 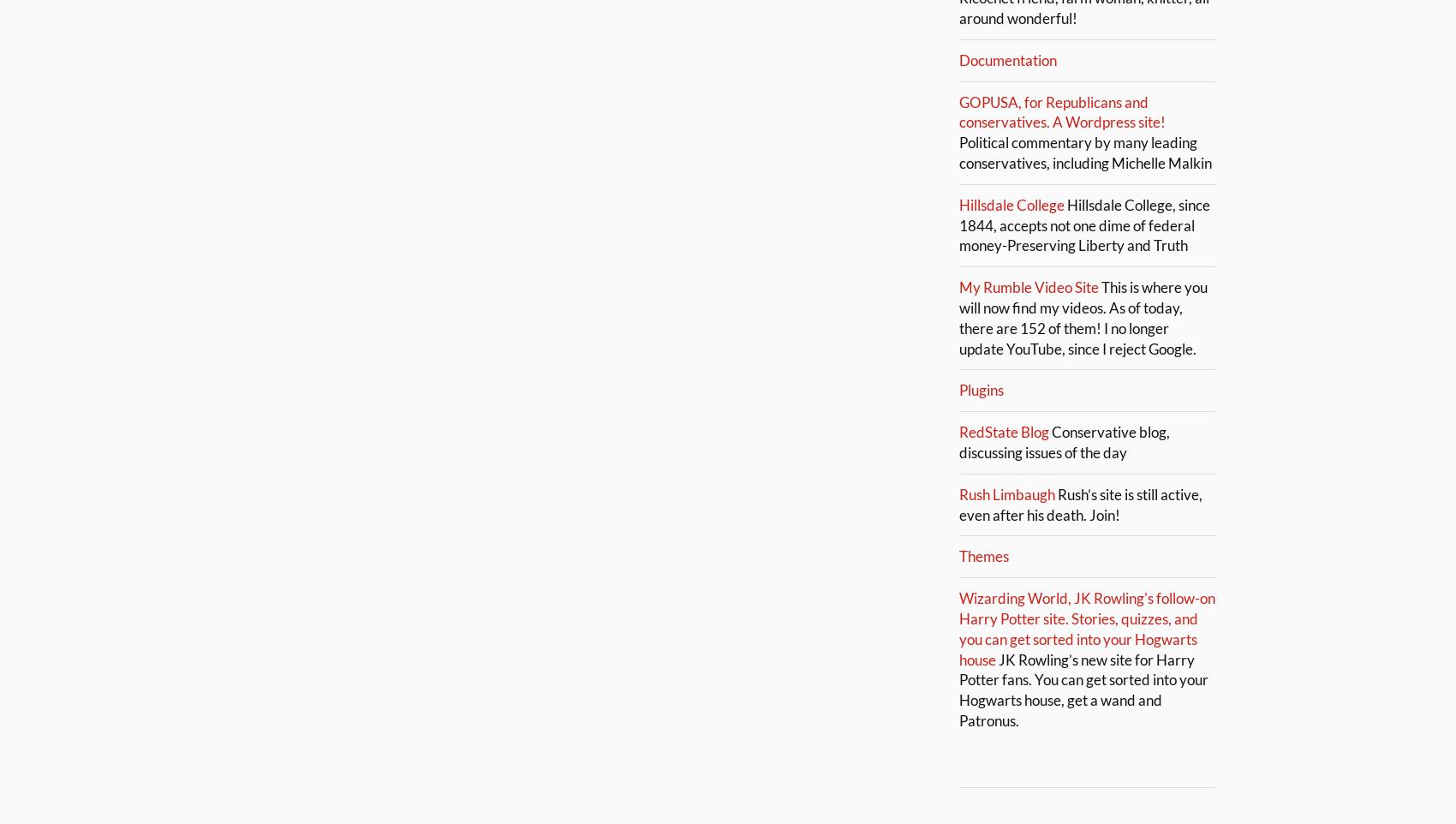 I want to click on 'Wizarding World, JK Rowling's follow-on Harry Potter site. Stories, quizzes, and you can get sorted into your Hogwarts house', so click(x=1086, y=629).